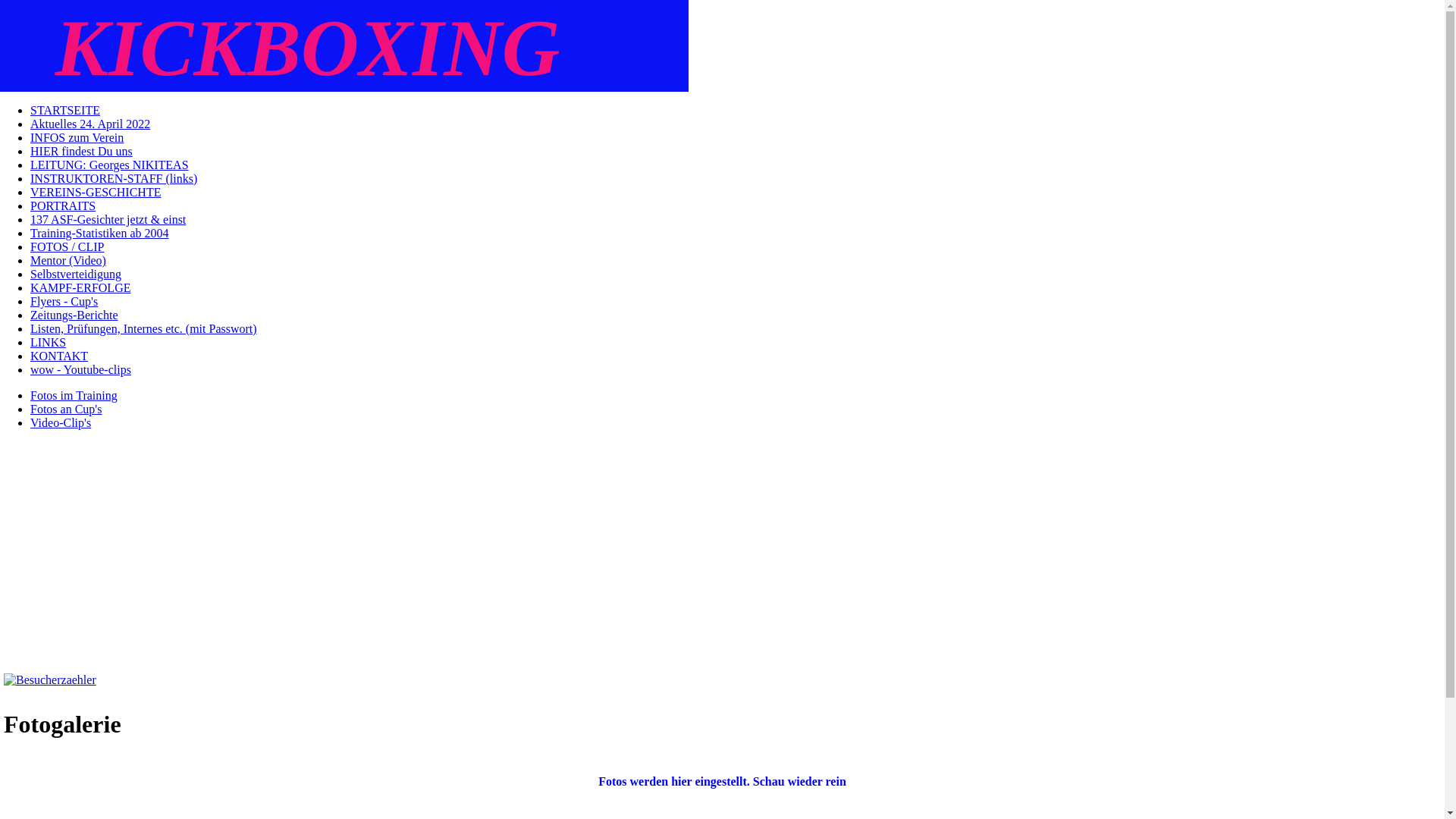 The height and width of the screenshot is (819, 1456). Describe the element at coordinates (73, 314) in the screenshot. I see `'Zeitungs-Berichte'` at that location.